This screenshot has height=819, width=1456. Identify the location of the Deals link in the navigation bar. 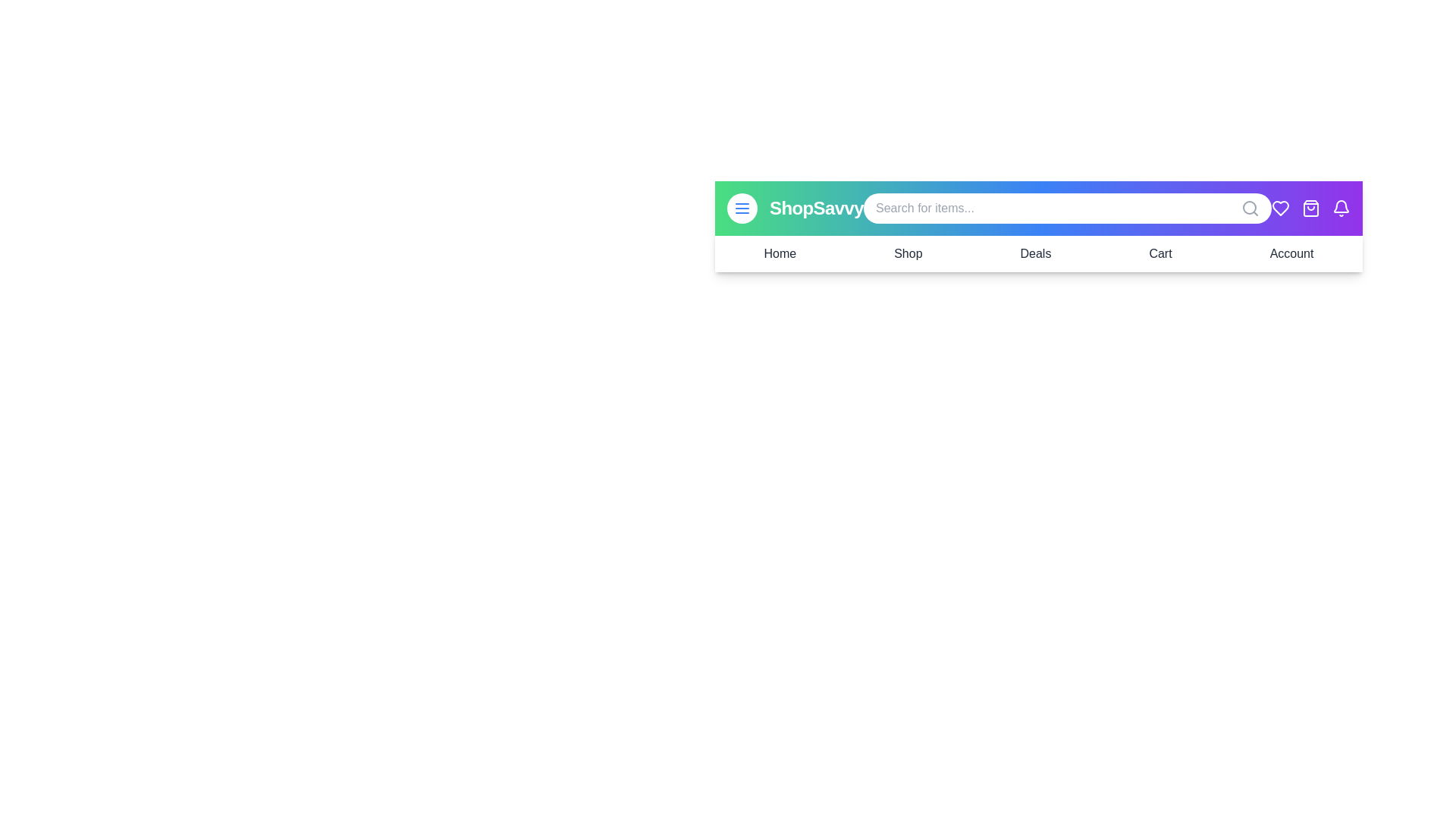
(1034, 253).